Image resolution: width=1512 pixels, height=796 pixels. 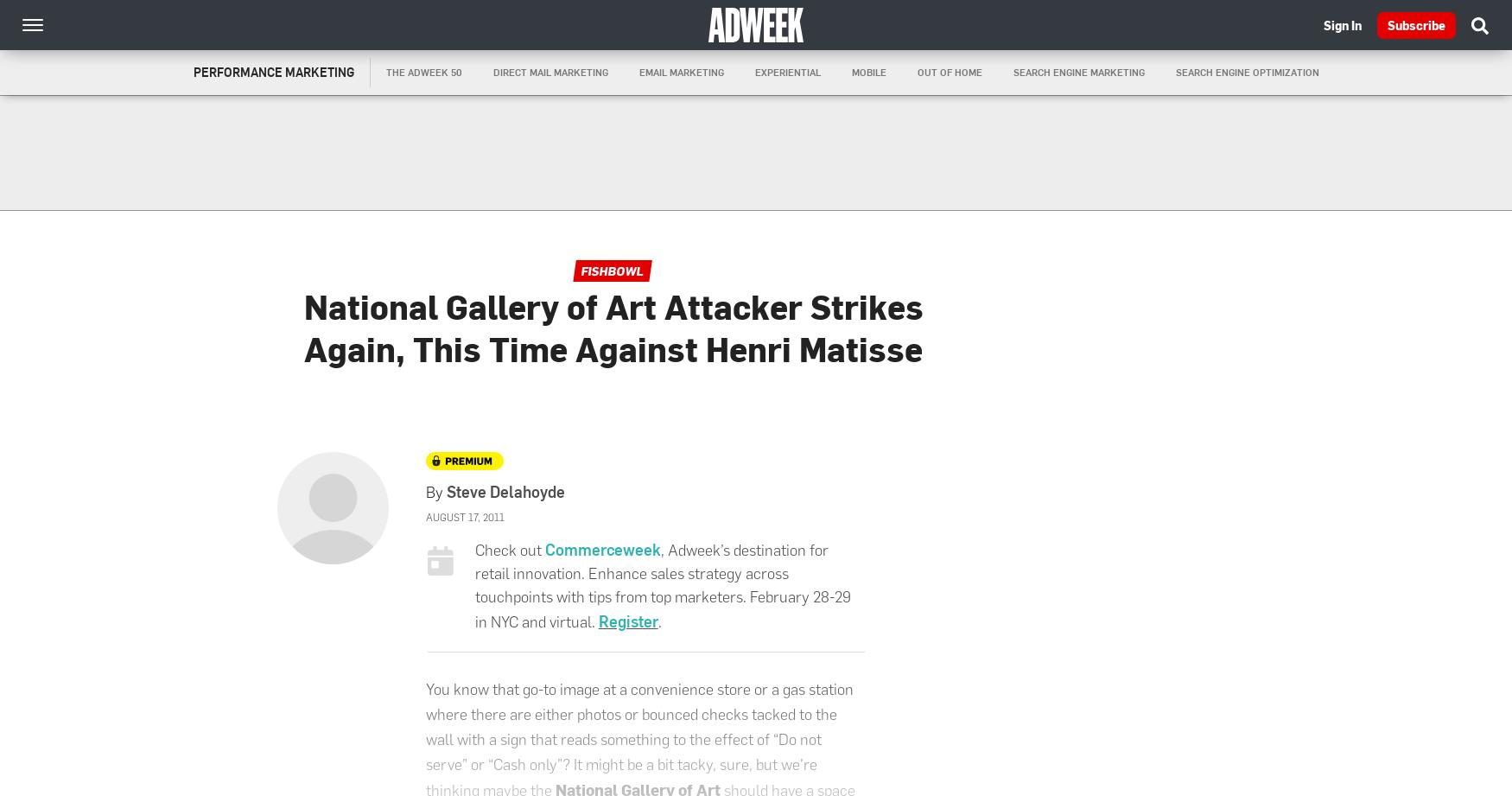 I want to click on '.', so click(x=658, y=622).